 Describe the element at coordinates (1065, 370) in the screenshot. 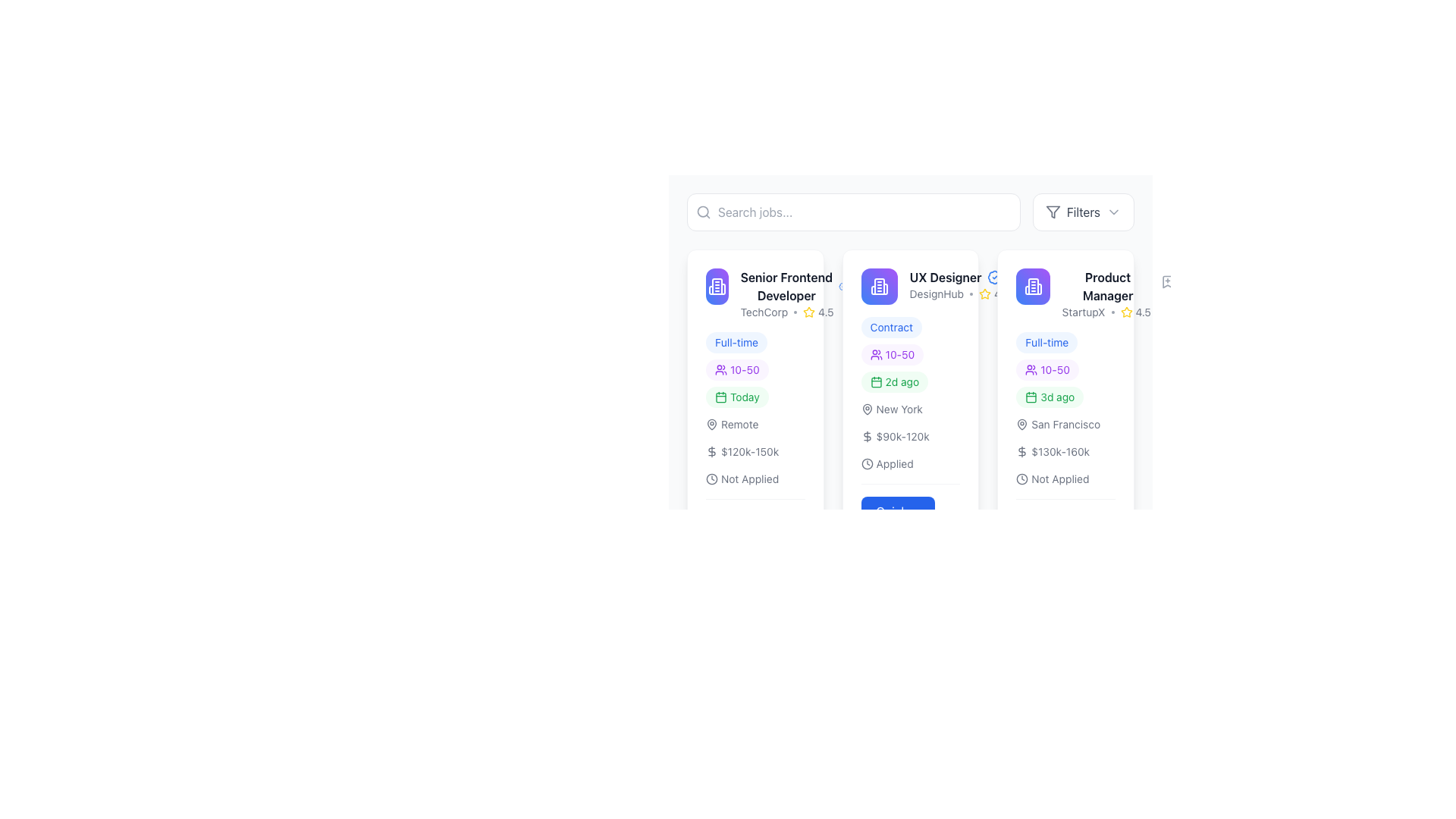

I see `the employment type and related information by interacting with the grouped element containing text and icon labels for the 'Product Manager' job listing` at that location.